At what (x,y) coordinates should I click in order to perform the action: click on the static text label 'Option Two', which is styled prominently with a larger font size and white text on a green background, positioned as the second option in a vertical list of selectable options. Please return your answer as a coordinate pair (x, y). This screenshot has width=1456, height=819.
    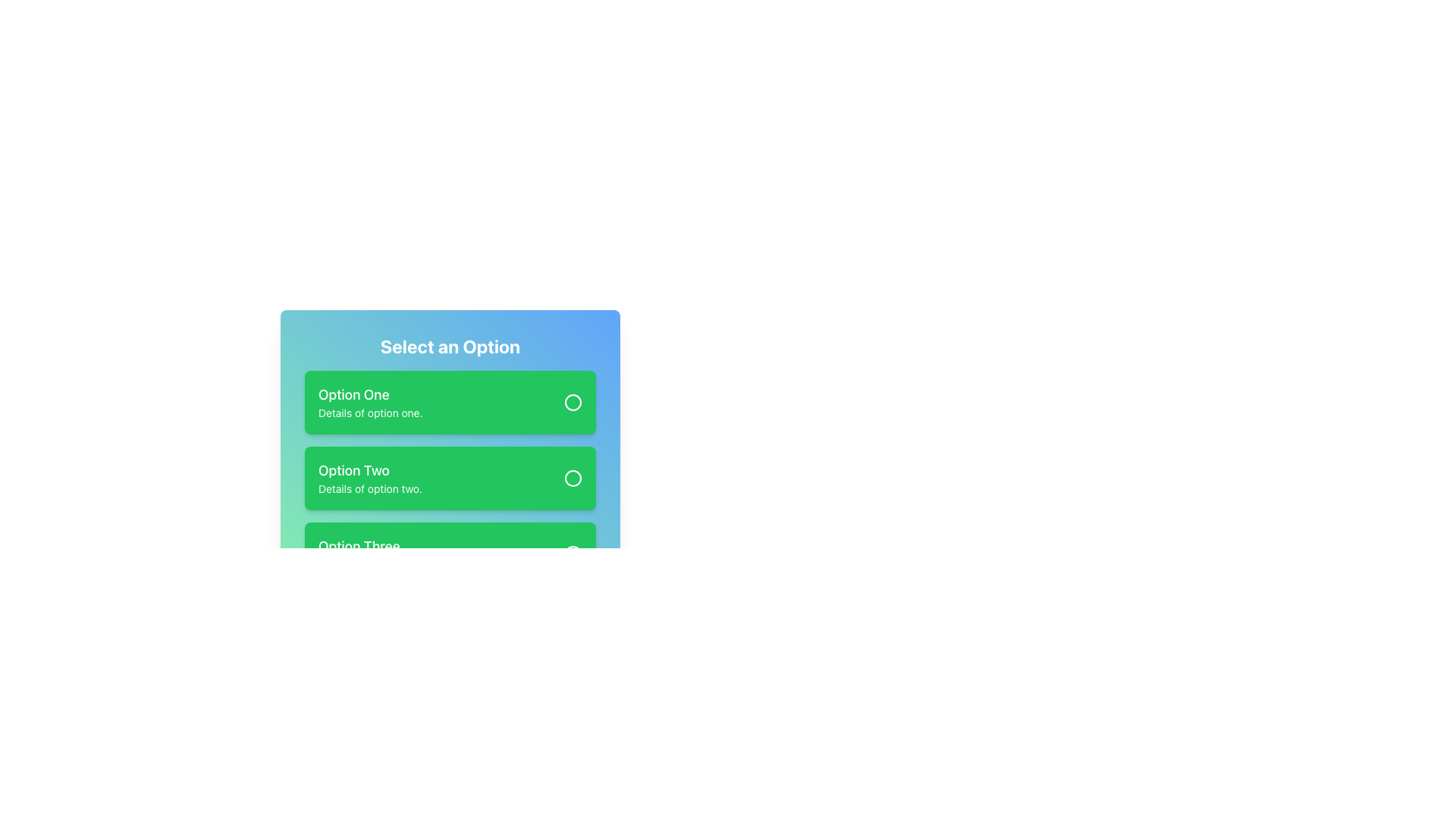
    Looking at the image, I should click on (370, 470).